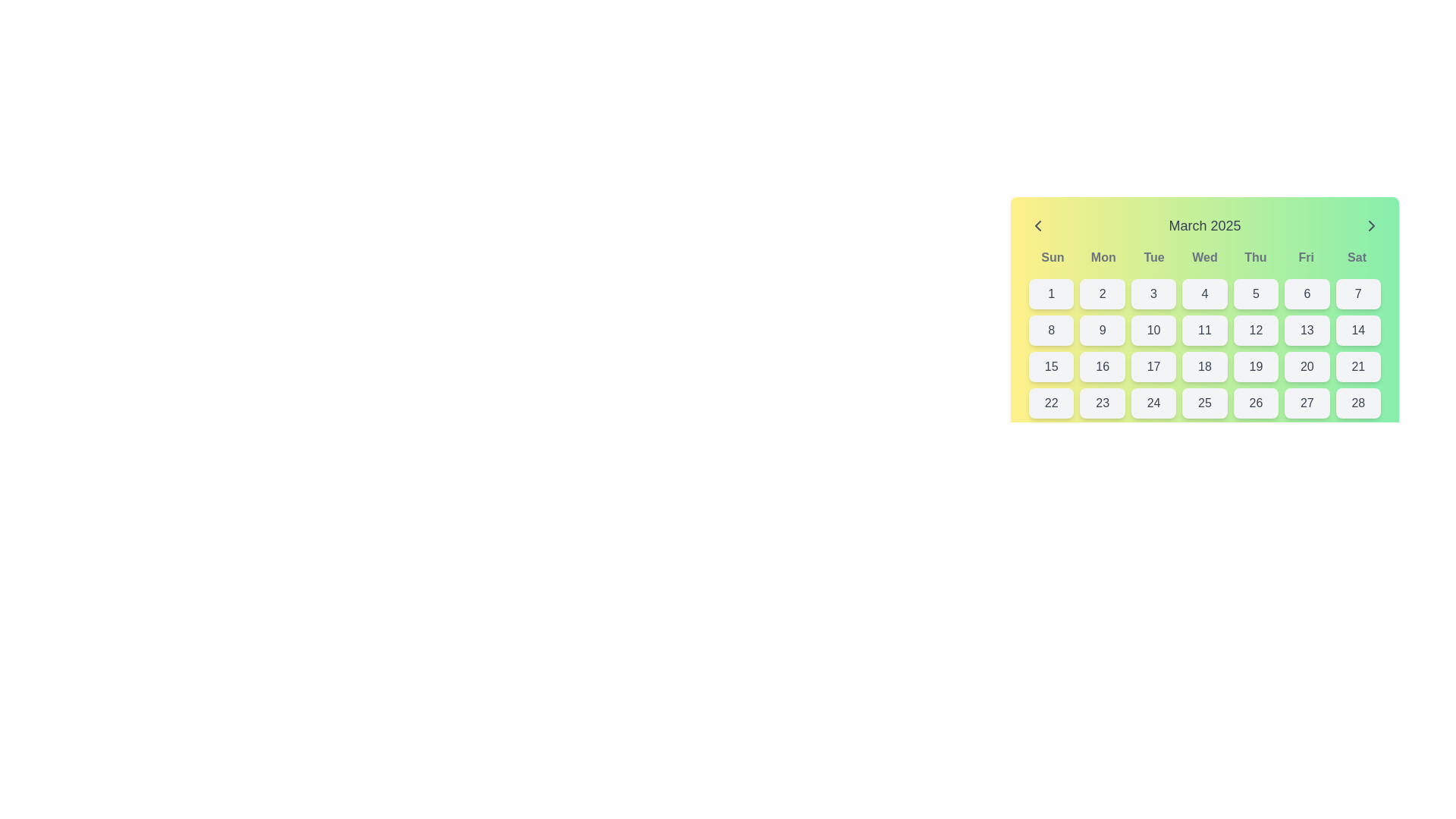  What do you see at coordinates (1052, 256) in the screenshot?
I see `content displayed in the text label showing 'Sun', which is the first element in the header row of the calendar grid` at bounding box center [1052, 256].